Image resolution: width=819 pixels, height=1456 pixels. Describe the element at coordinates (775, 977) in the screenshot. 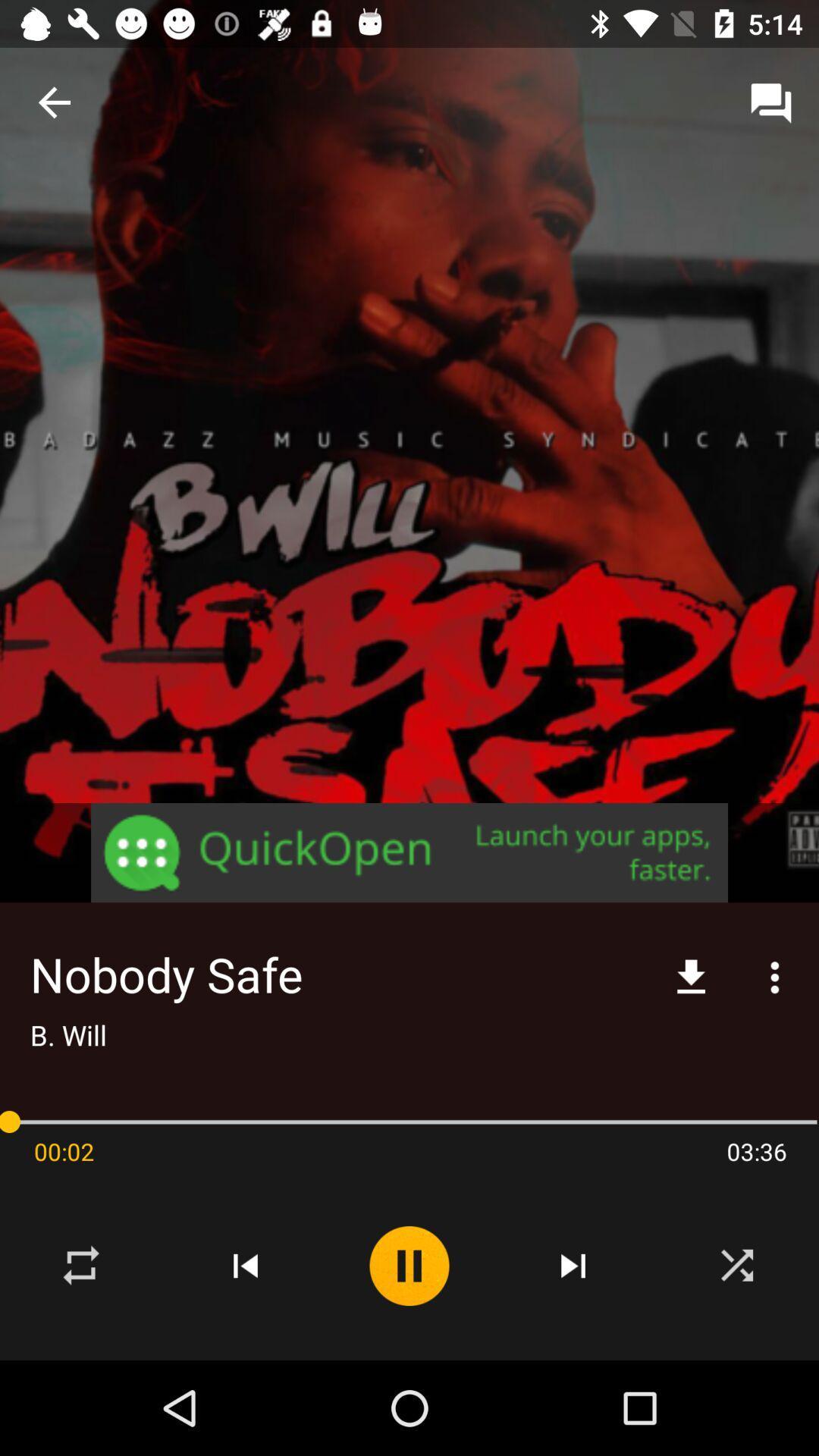

I see `the more icon` at that location.